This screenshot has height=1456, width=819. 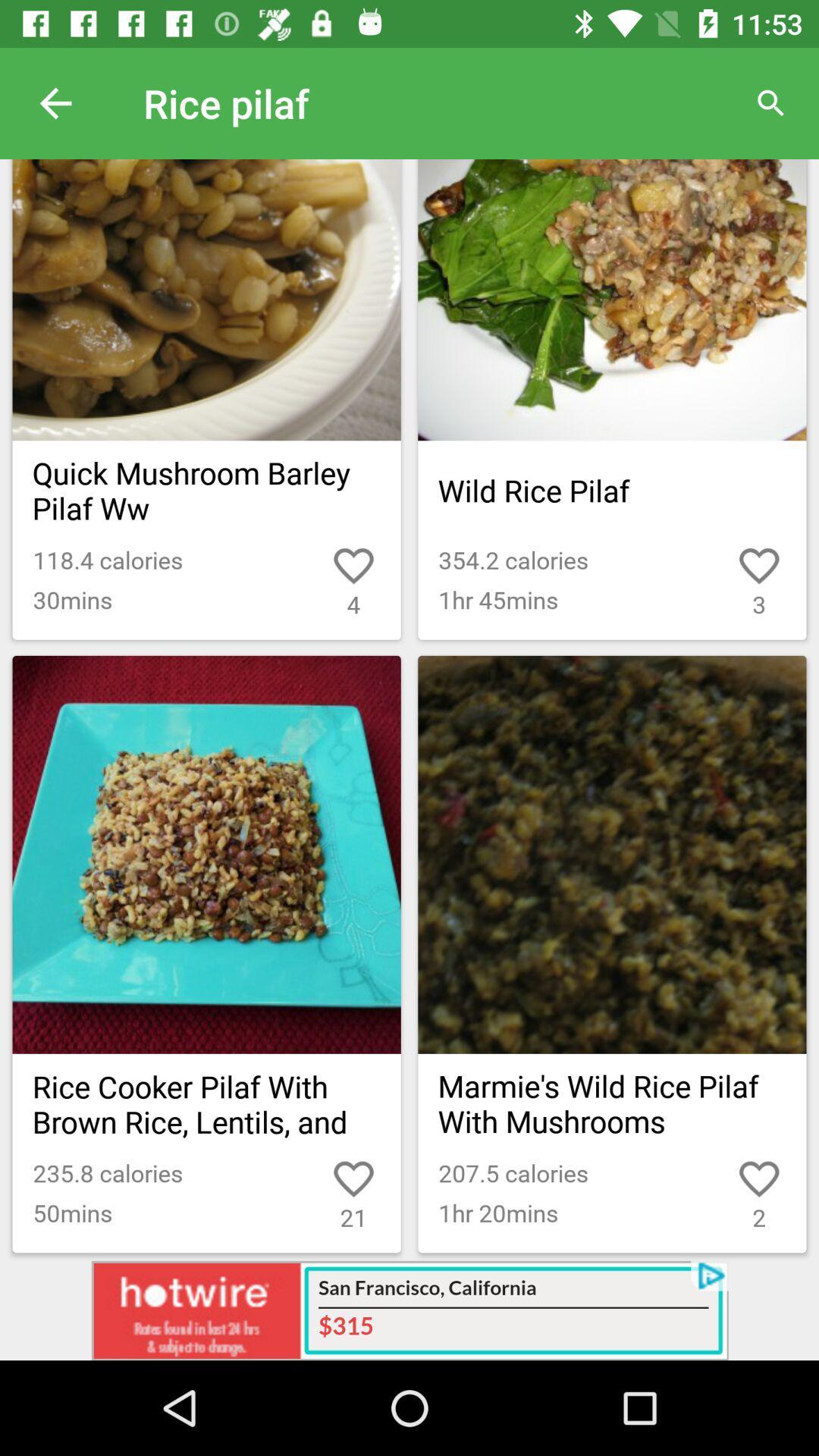 I want to click on 1st row 1st image of the page, so click(x=207, y=300).